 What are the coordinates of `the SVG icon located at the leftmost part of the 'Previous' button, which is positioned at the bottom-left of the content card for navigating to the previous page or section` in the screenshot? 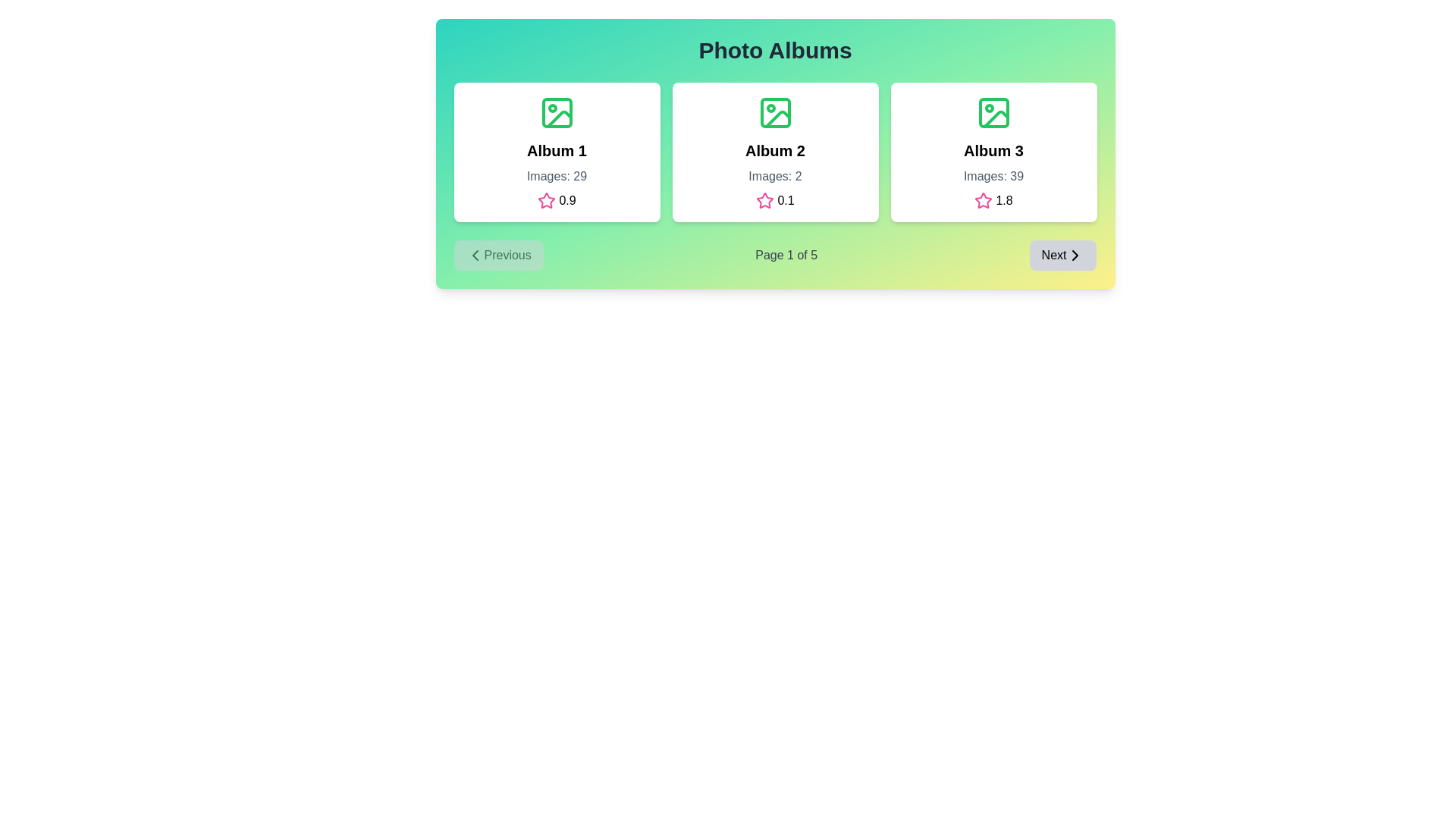 It's located at (474, 254).